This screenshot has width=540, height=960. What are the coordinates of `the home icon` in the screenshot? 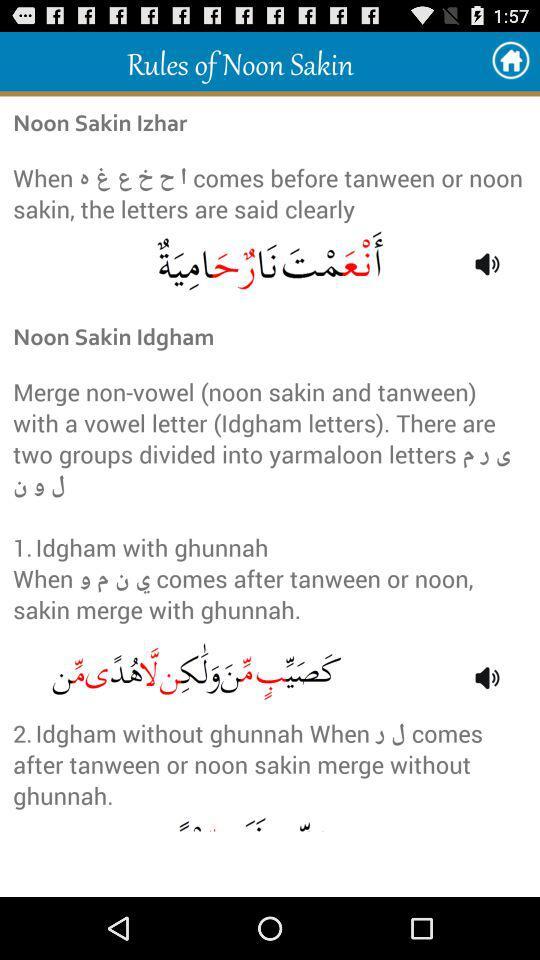 It's located at (510, 65).